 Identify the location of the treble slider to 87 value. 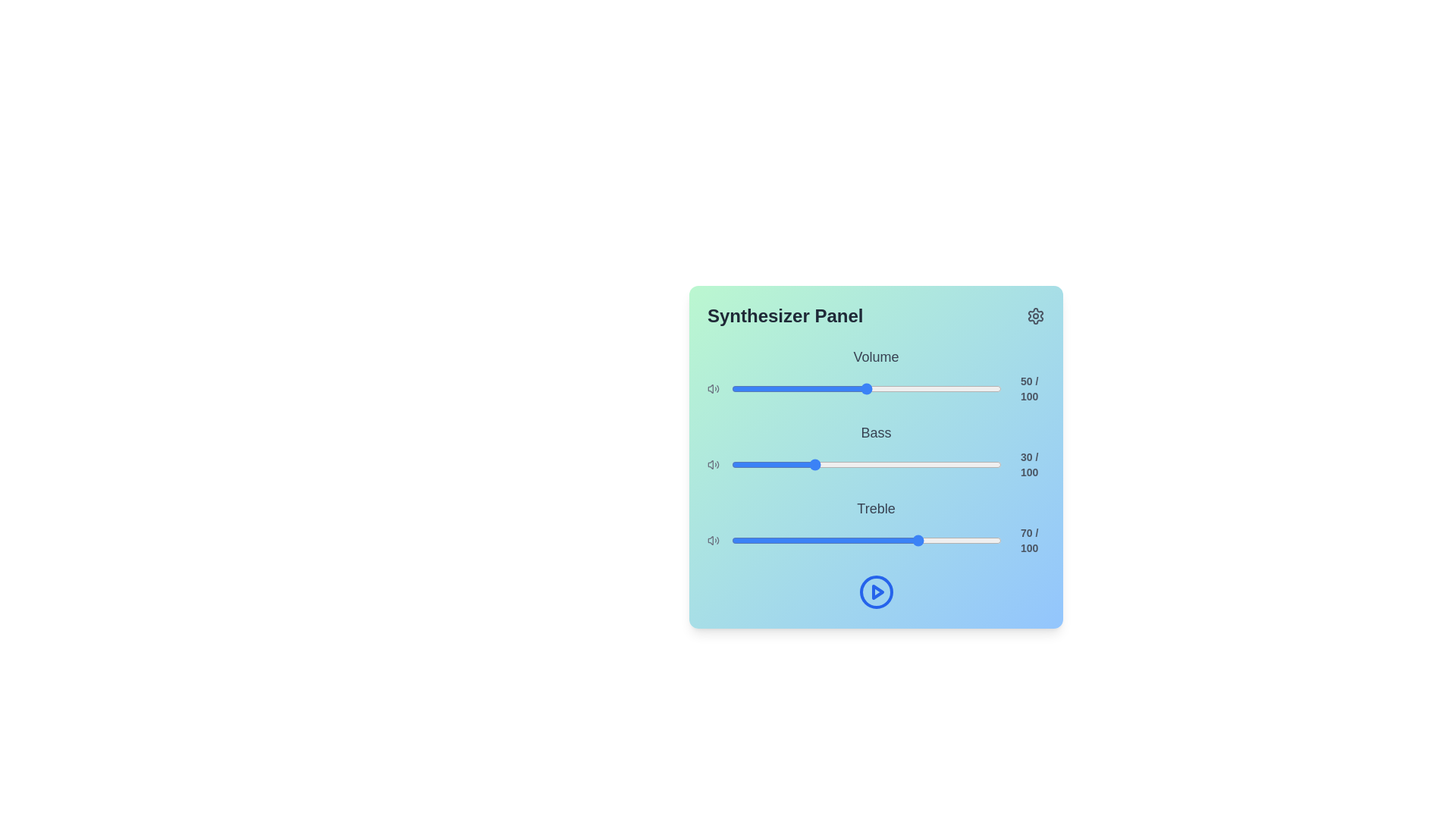
(965, 540).